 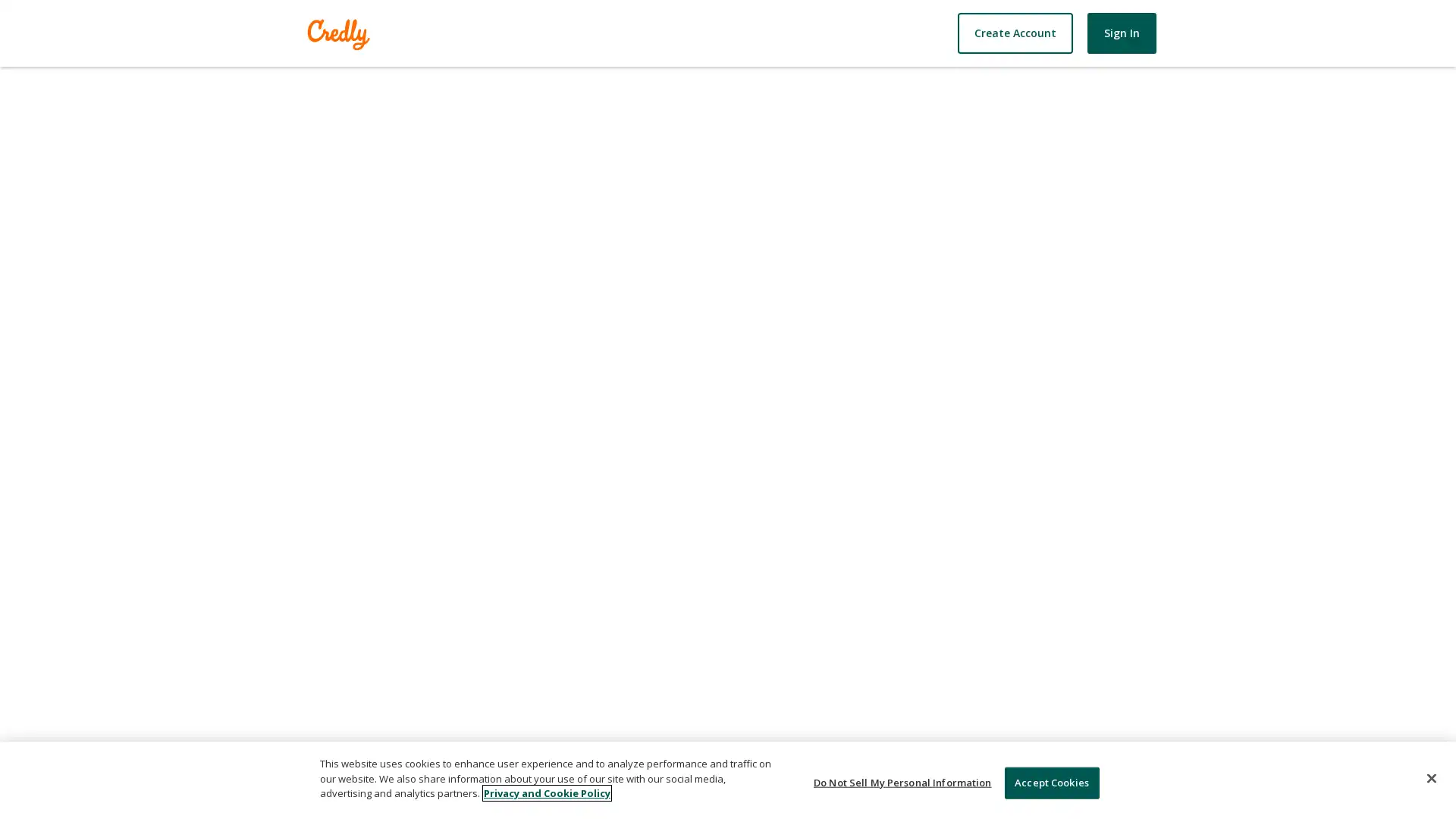 What do you see at coordinates (1430, 778) in the screenshot?
I see `Close` at bounding box center [1430, 778].